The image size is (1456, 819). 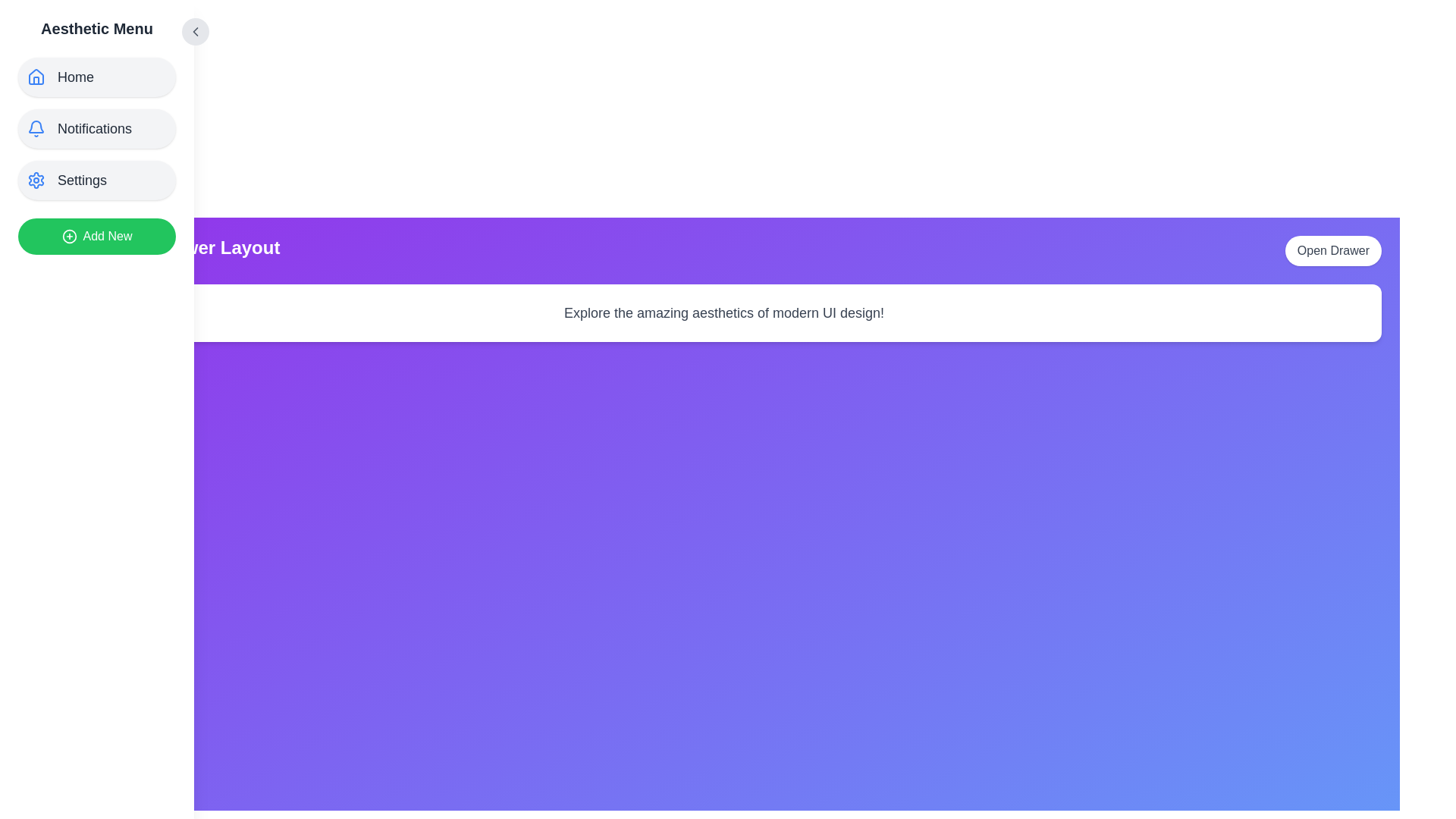 What do you see at coordinates (96, 29) in the screenshot?
I see `text of the 'Aesthetic Menu' label, which is displayed in large, bold, gray-black font at the upper-left corner of the side navigation menu` at bounding box center [96, 29].